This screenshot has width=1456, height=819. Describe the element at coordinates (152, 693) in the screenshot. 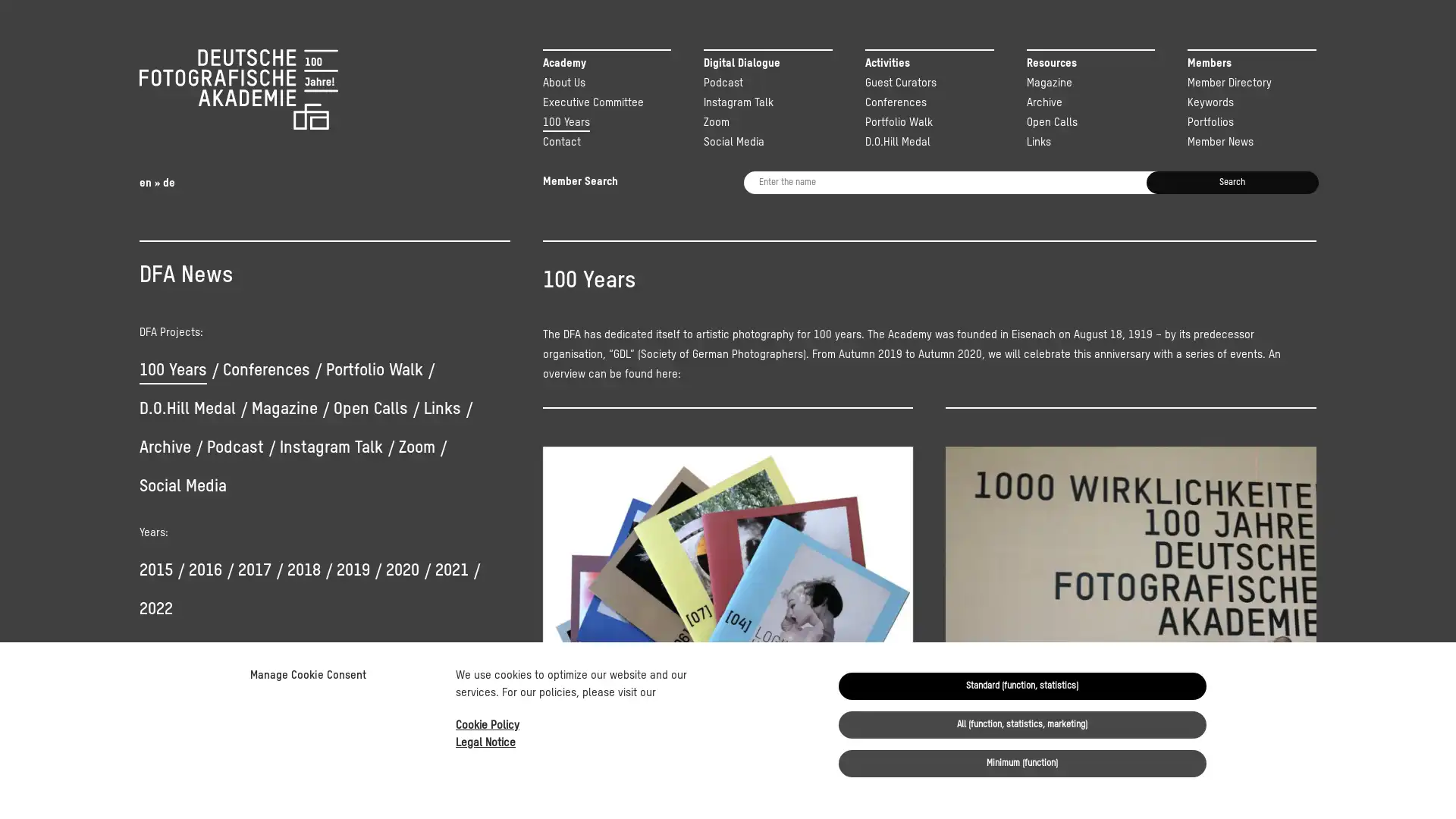

I see `Yes` at that location.